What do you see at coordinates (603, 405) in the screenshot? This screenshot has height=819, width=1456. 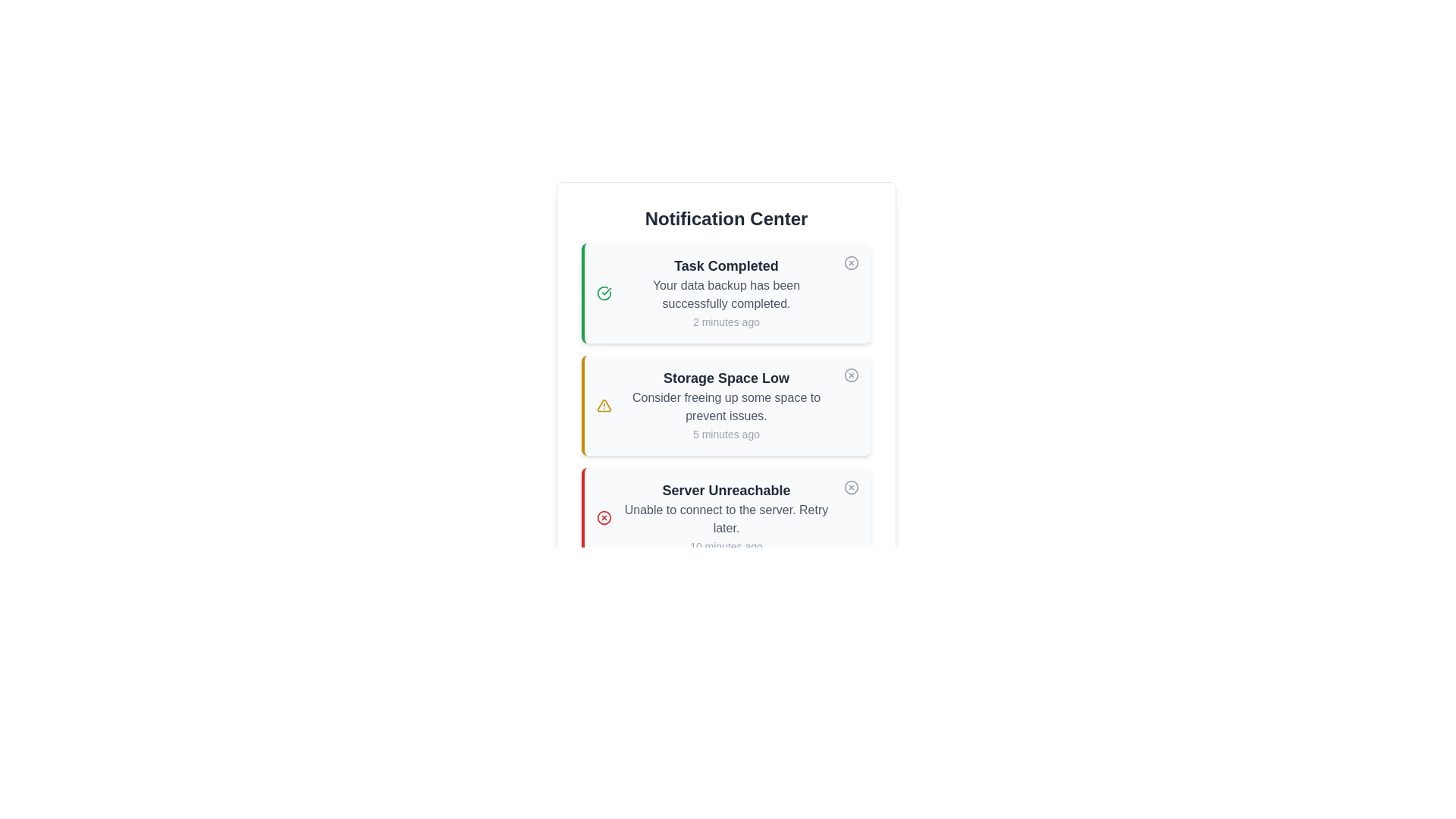 I see `the triangular icon with a yellow outline and a warning sign inside, which is located to the left of the 'Storage Space Low' text block` at bounding box center [603, 405].